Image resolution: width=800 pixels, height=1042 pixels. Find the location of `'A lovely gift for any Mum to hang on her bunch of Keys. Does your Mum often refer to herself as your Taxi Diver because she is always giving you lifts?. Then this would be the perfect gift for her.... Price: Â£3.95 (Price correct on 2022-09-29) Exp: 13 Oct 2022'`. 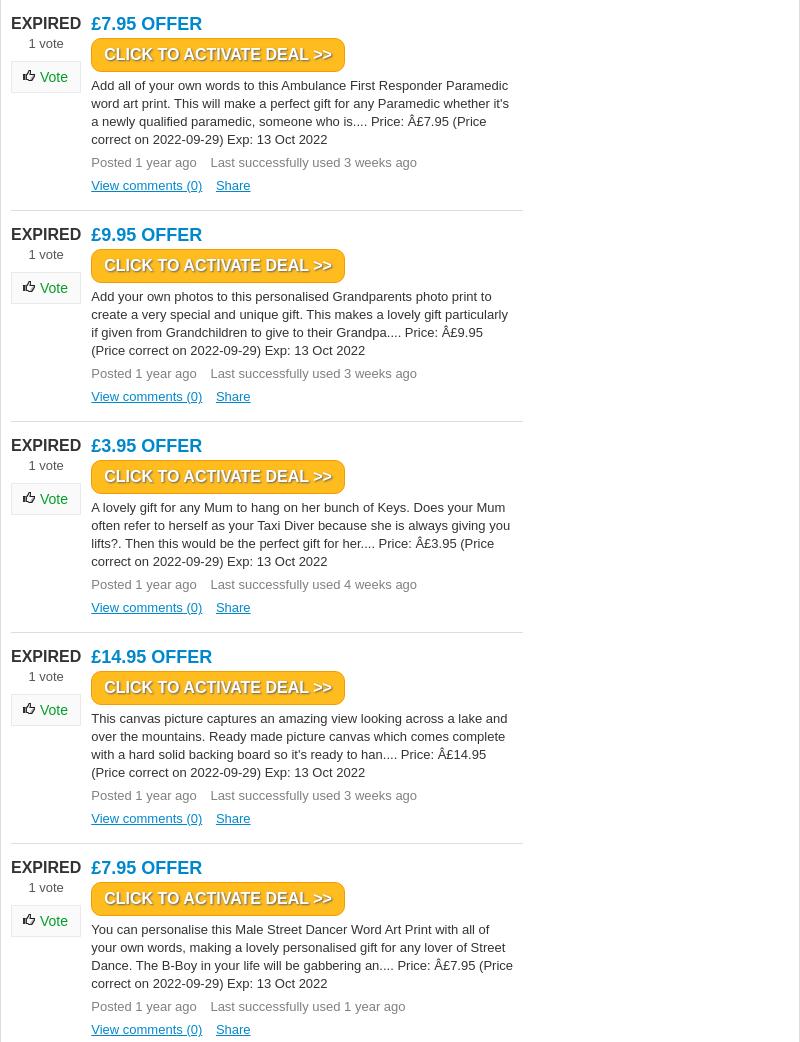

'A lovely gift for any Mum to hang on her bunch of Keys. Does your Mum often refer to herself as your Taxi Diver because she is always giving you lifts?. Then this would be the perfect gift for her.... Price: Â£3.95 (Price correct on 2022-09-29) Exp: 13 Oct 2022' is located at coordinates (300, 533).